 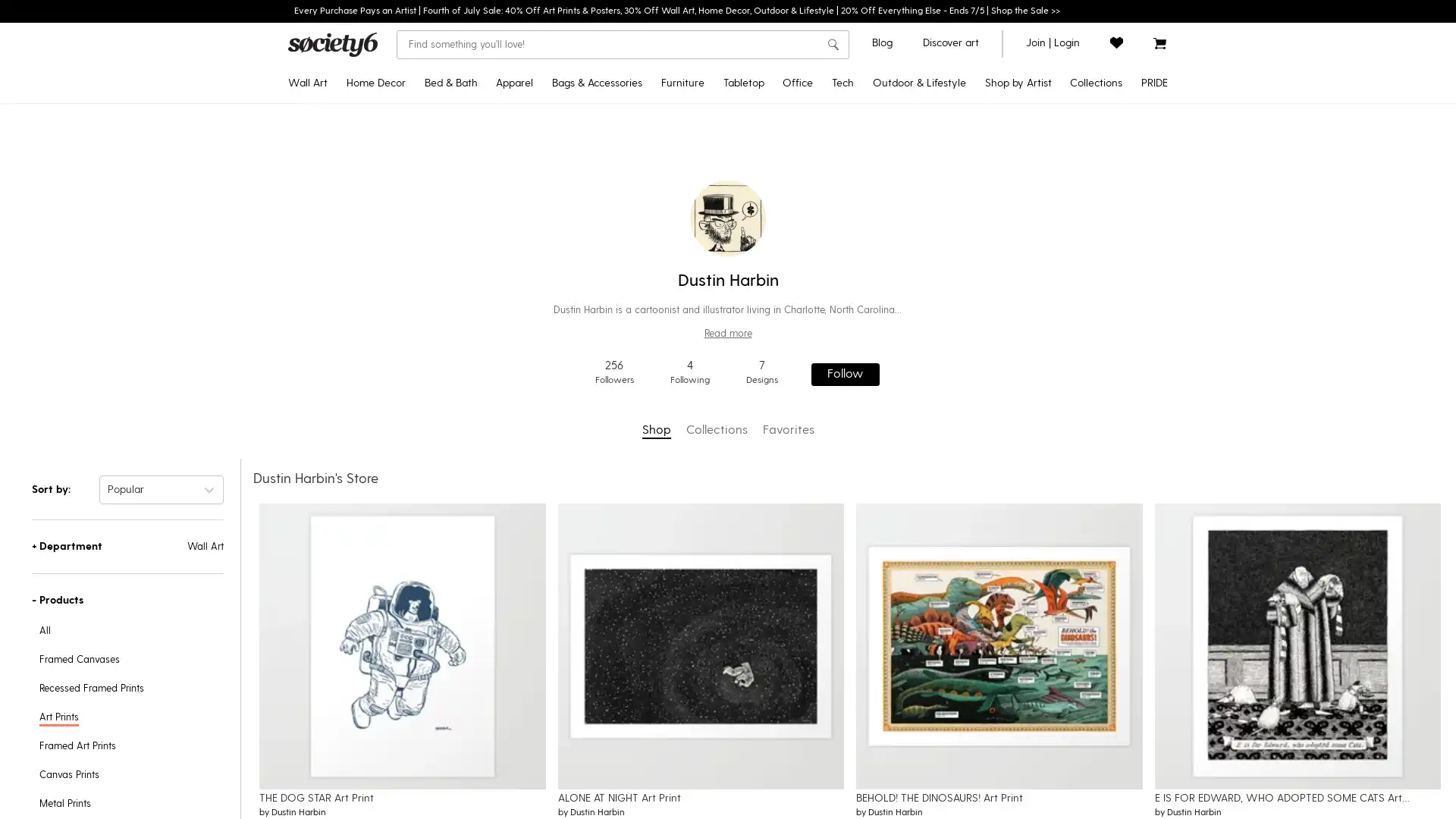 I want to click on Rugs, so click(x=404, y=315).